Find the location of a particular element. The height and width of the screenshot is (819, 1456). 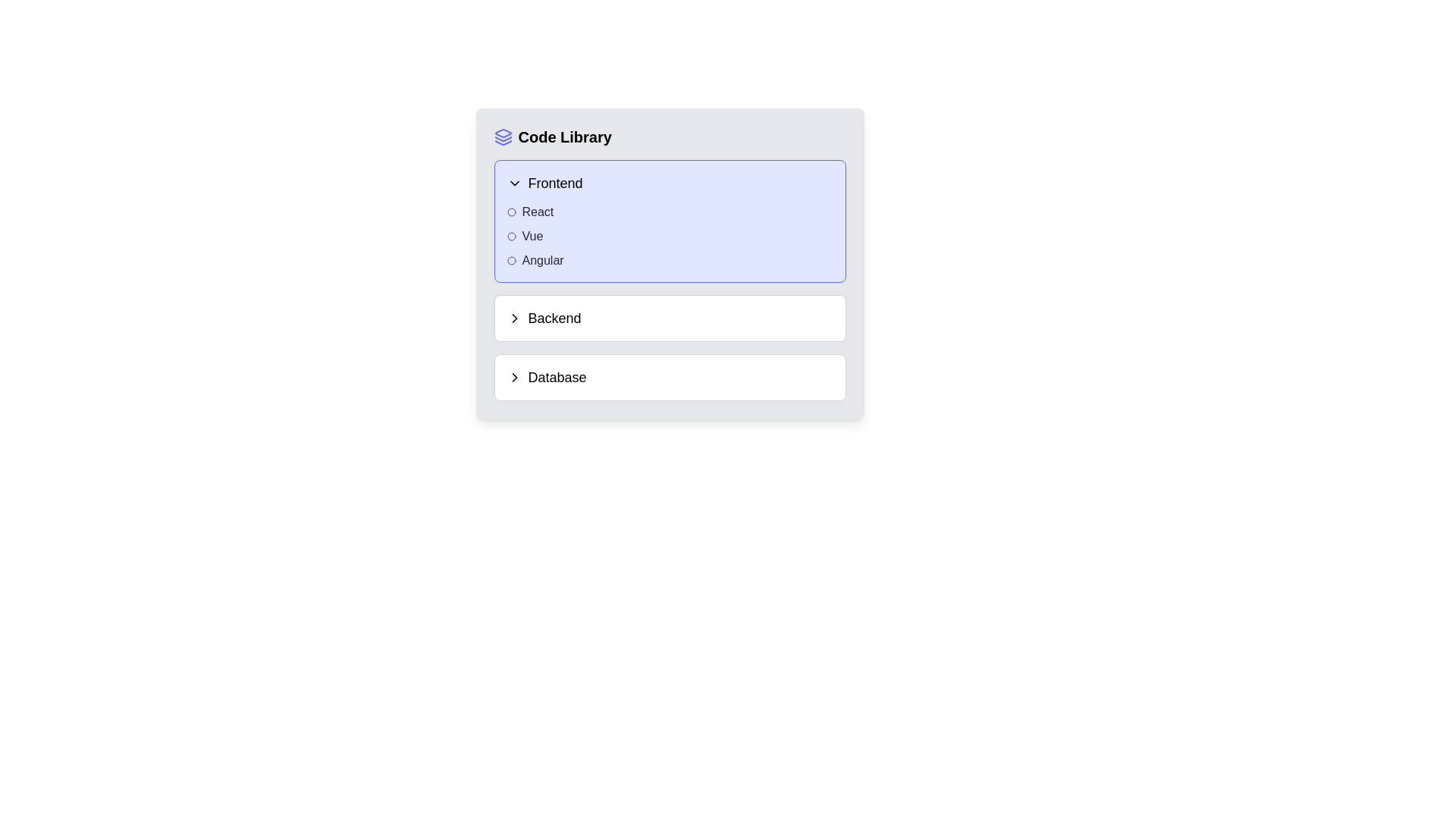

the circular marker for selection located to the left of the 'React' text in the 'Frontend' category is located at coordinates (511, 212).